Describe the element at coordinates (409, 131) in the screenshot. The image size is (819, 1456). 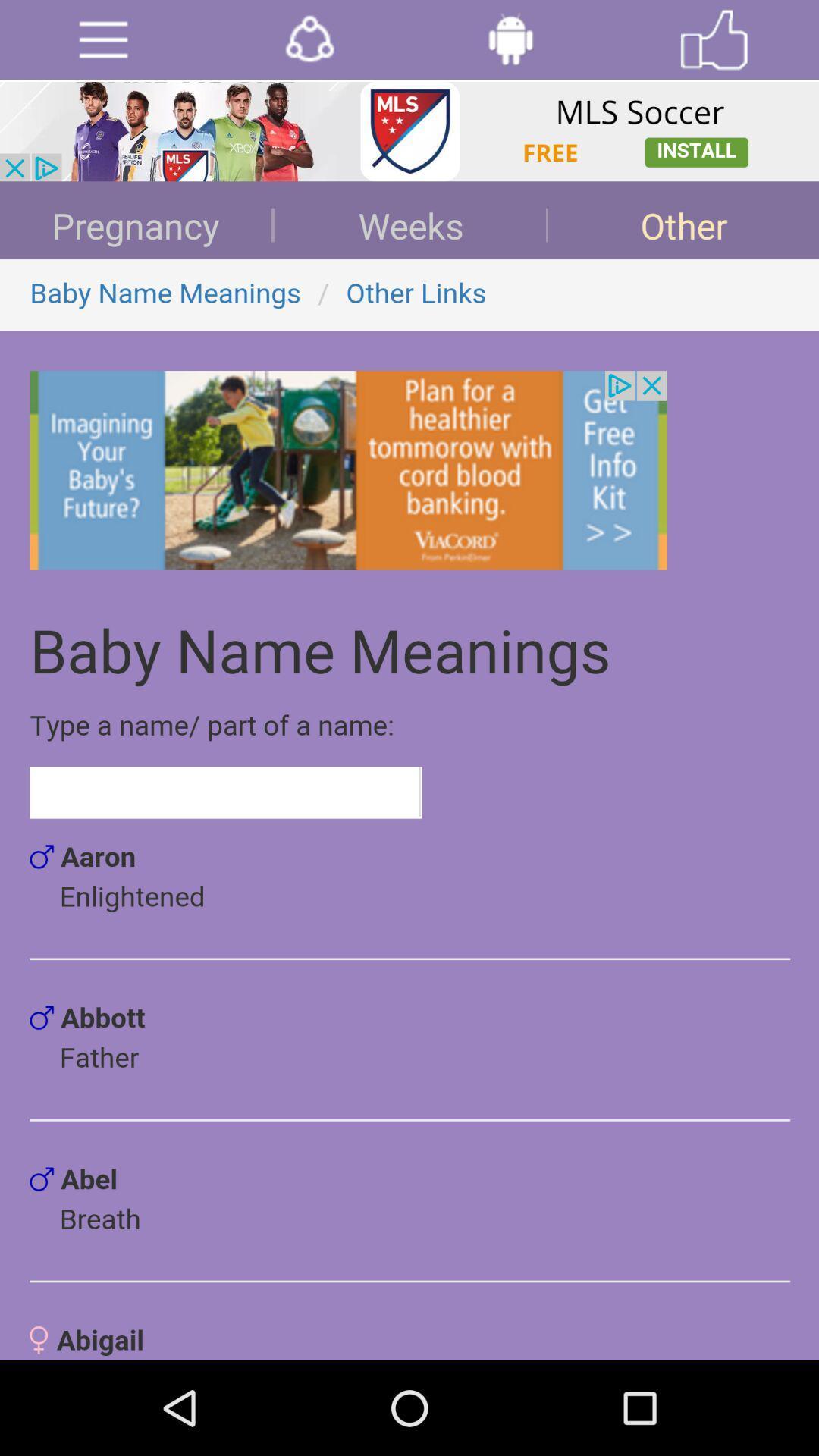
I see `install mls soccer` at that location.